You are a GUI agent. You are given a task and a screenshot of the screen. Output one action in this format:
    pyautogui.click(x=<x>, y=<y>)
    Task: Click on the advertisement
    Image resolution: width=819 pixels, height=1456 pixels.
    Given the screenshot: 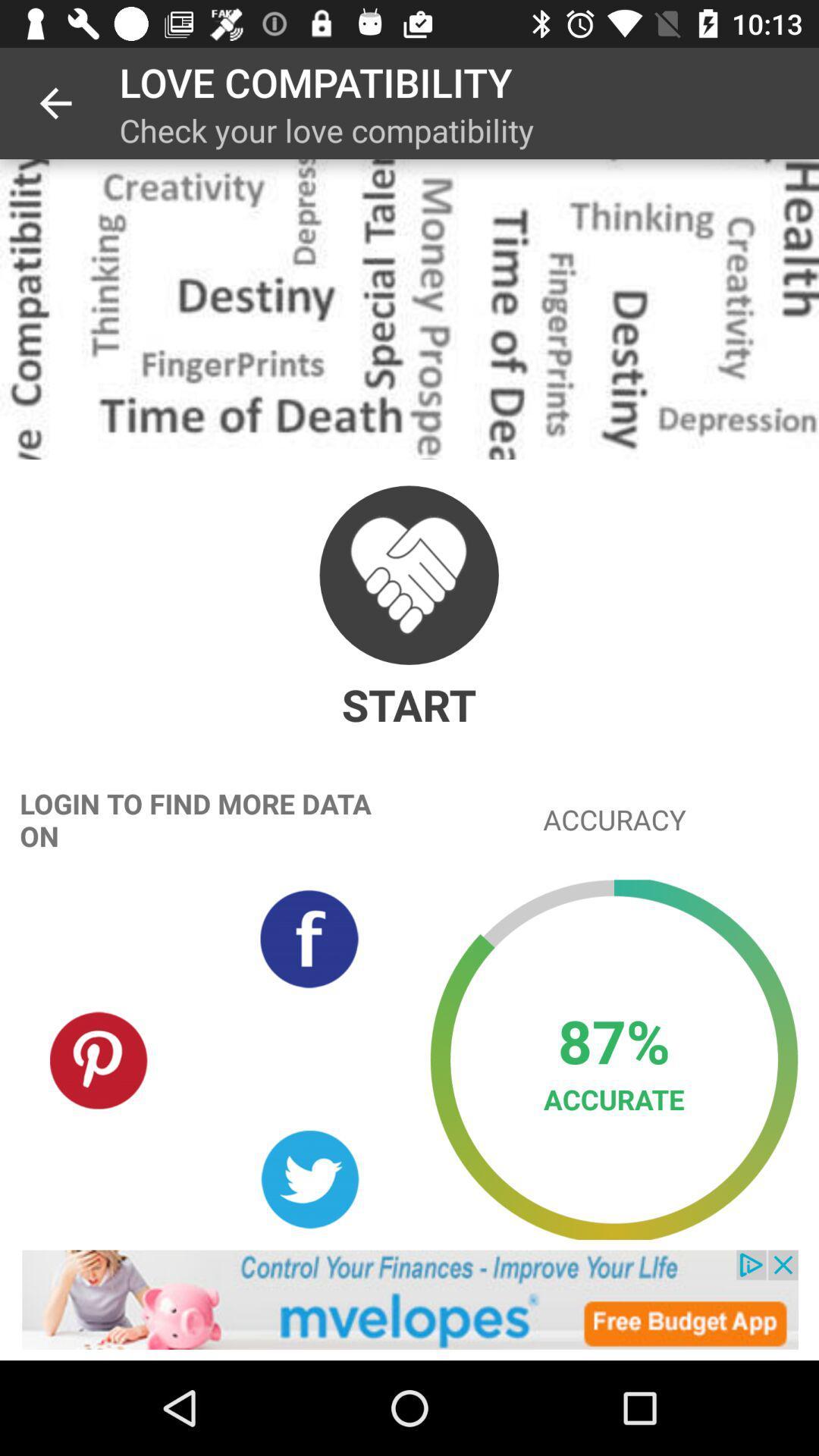 What is the action you would take?
    pyautogui.click(x=409, y=1299)
    